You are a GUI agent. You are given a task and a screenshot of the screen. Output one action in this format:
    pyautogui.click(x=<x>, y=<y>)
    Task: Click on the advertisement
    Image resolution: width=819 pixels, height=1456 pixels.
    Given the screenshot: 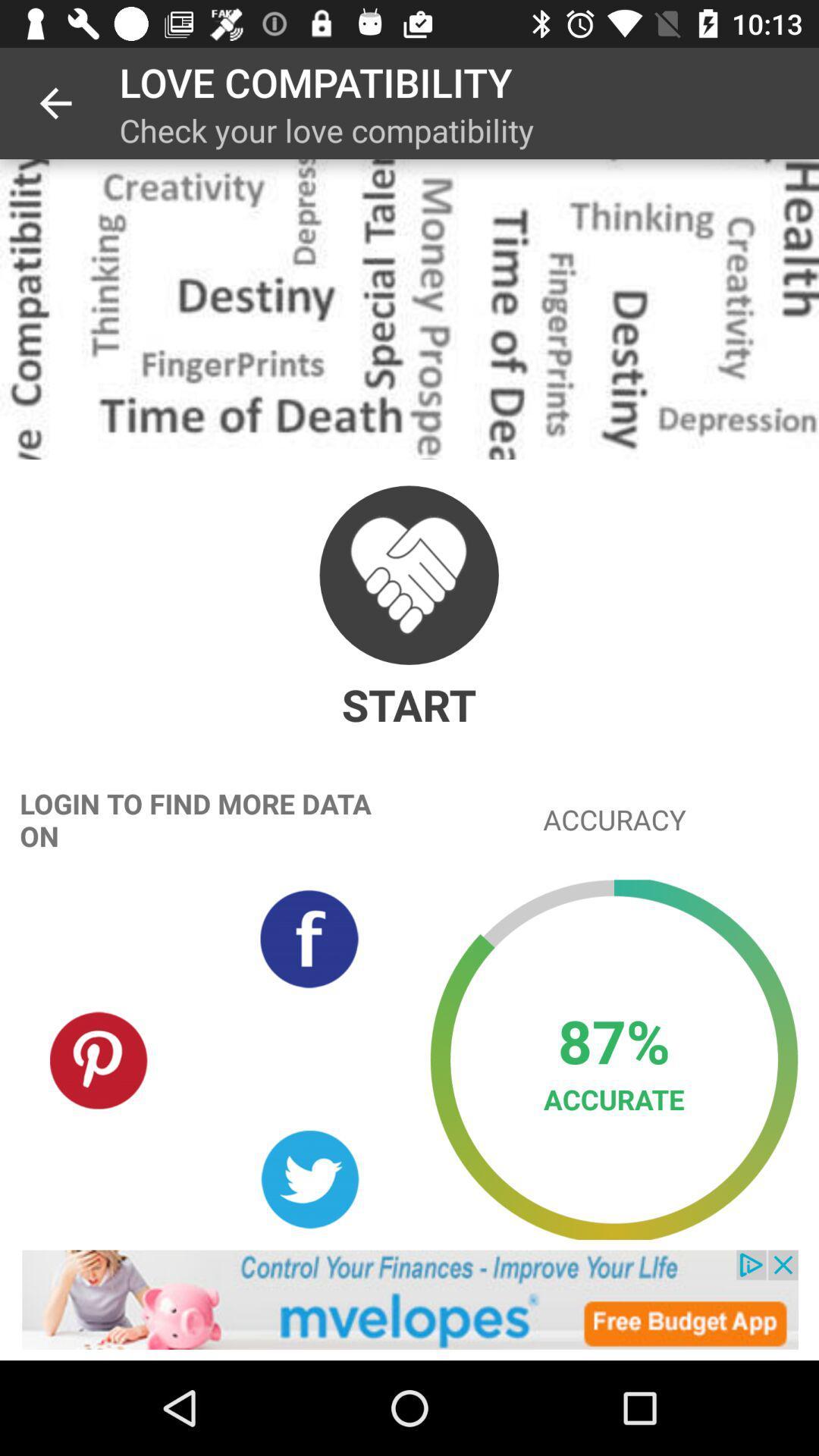 What is the action you would take?
    pyautogui.click(x=409, y=1299)
    